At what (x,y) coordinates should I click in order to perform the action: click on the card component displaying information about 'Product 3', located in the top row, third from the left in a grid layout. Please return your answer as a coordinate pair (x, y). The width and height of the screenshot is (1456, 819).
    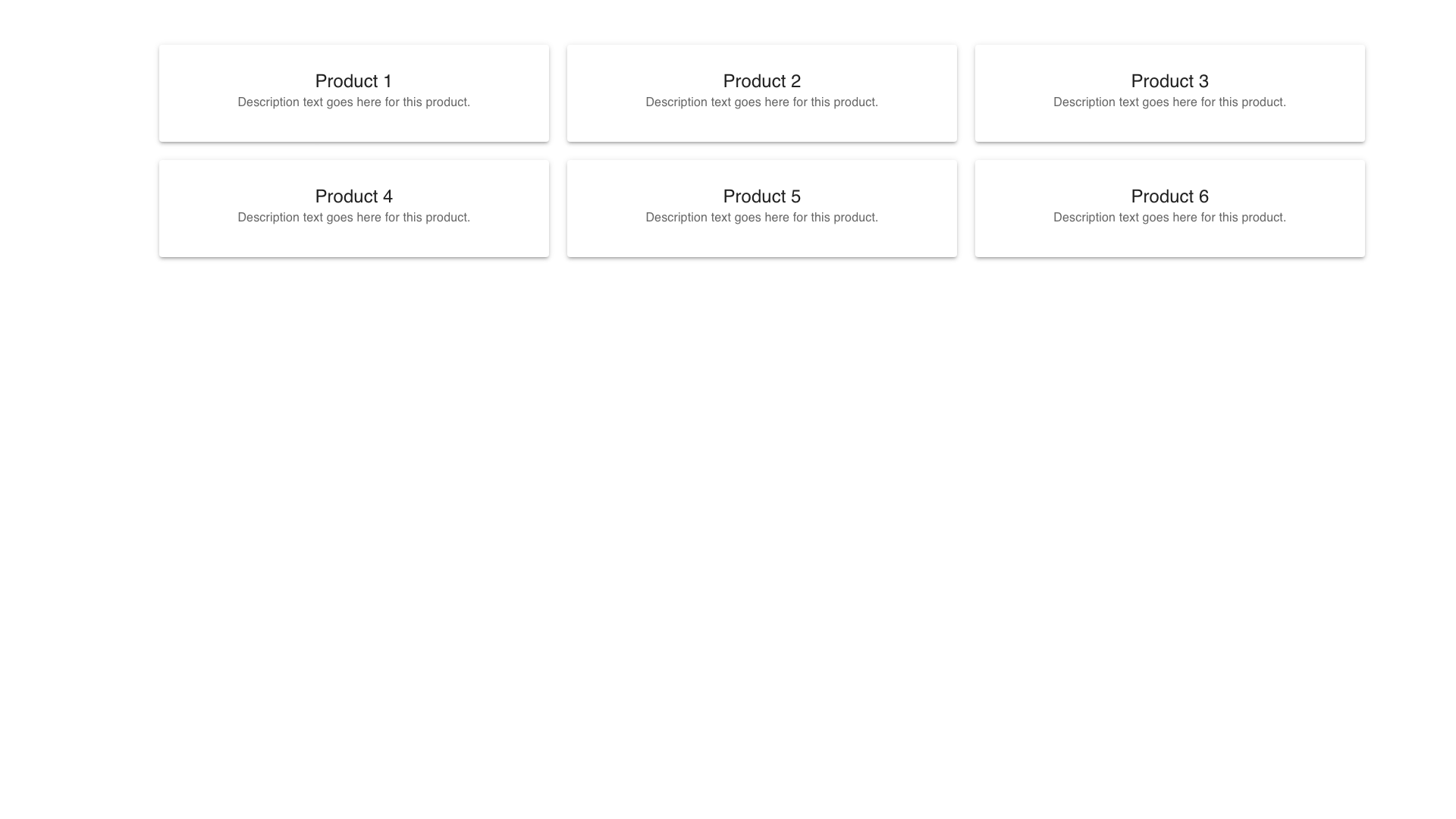
    Looking at the image, I should click on (1169, 93).